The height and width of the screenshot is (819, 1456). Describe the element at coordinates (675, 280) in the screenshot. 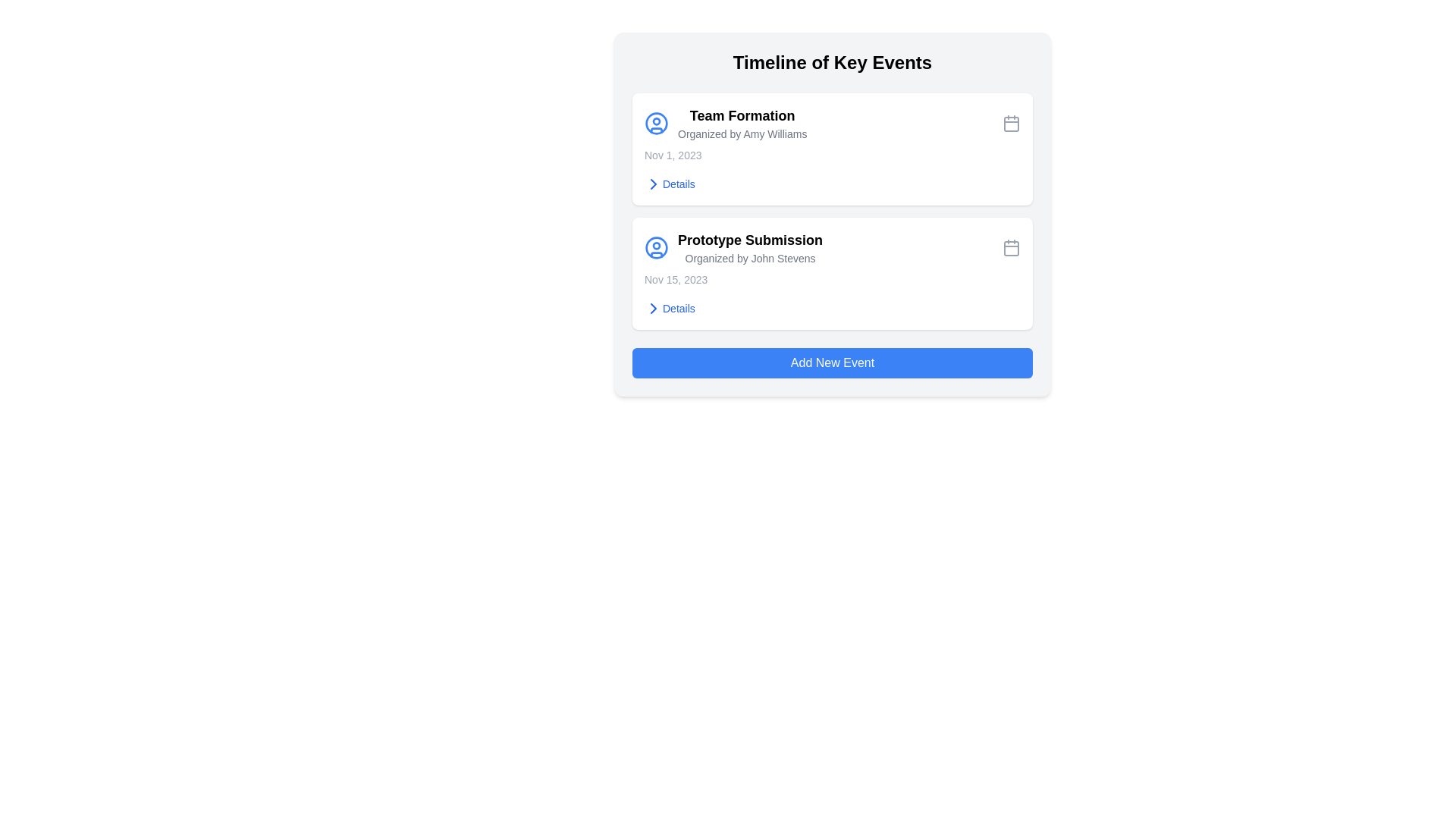

I see `the date label indicating the relevant date for the 'Prototype Submission' event, which is located below the main title and subtitle within the 'Prototype Submission' card` at that location.